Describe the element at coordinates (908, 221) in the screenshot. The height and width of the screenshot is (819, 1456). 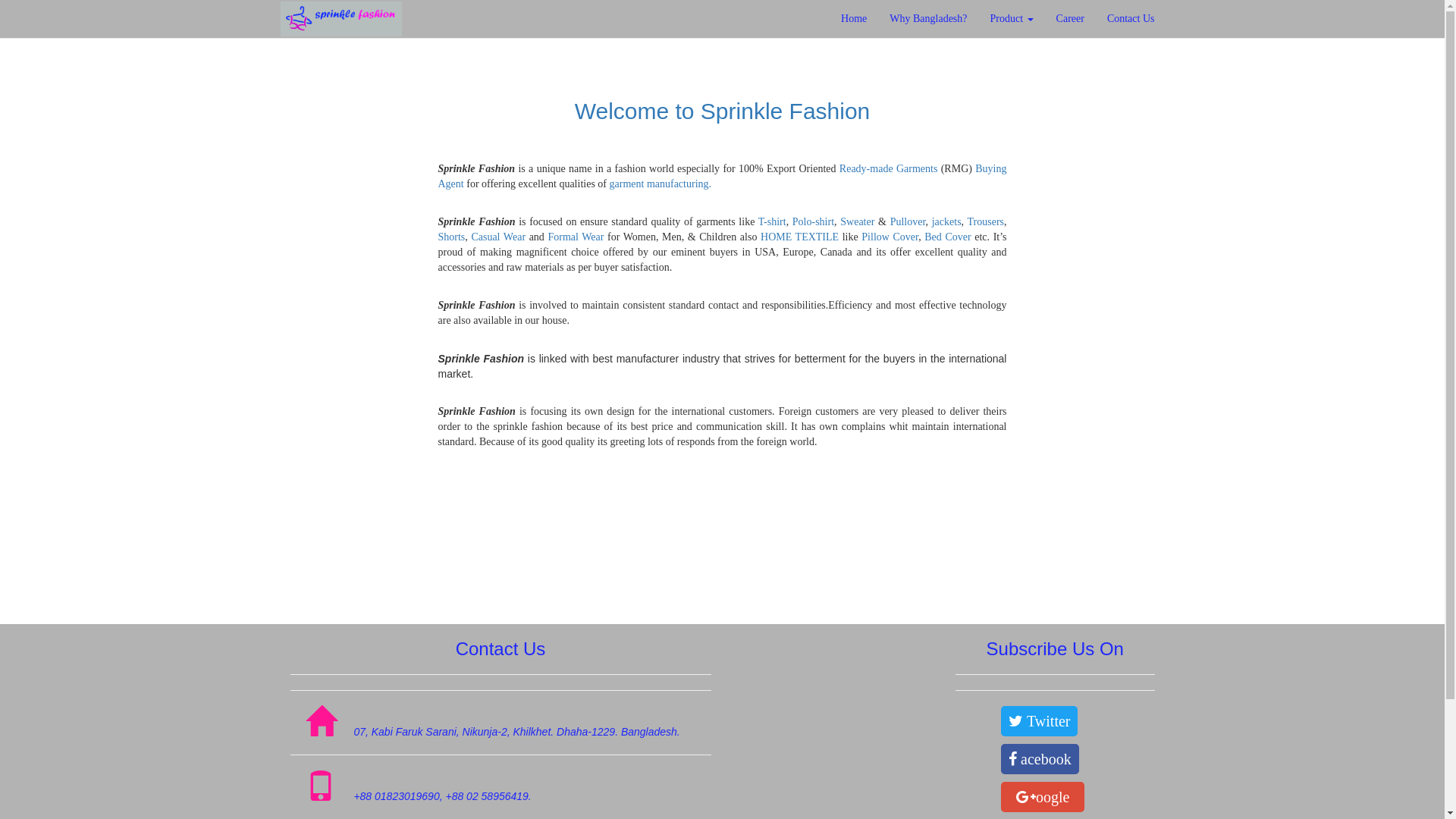
I see `'Pullover'` at that location.